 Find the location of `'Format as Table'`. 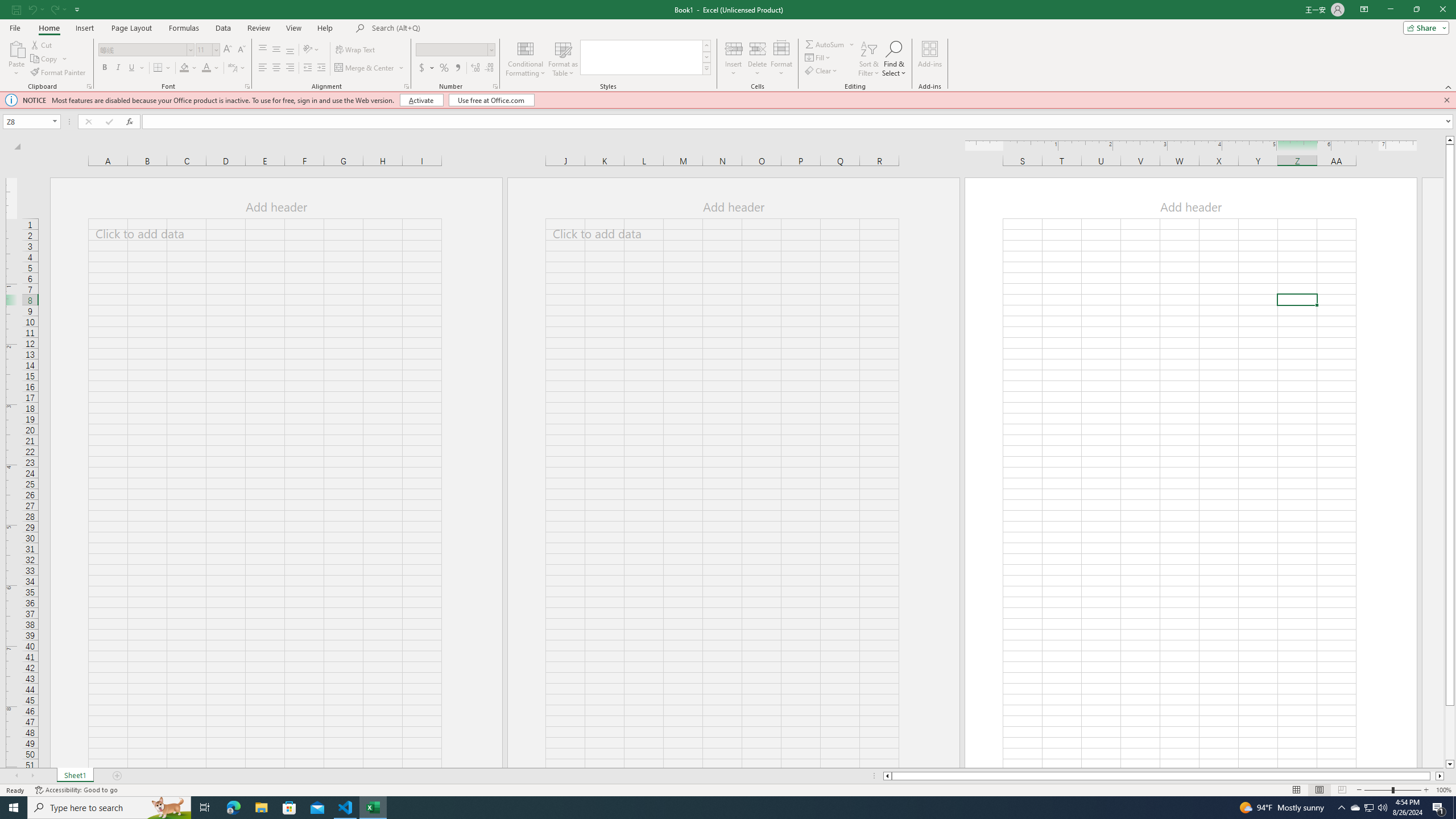

'Format as Table' is located at coordinates (563, 59).